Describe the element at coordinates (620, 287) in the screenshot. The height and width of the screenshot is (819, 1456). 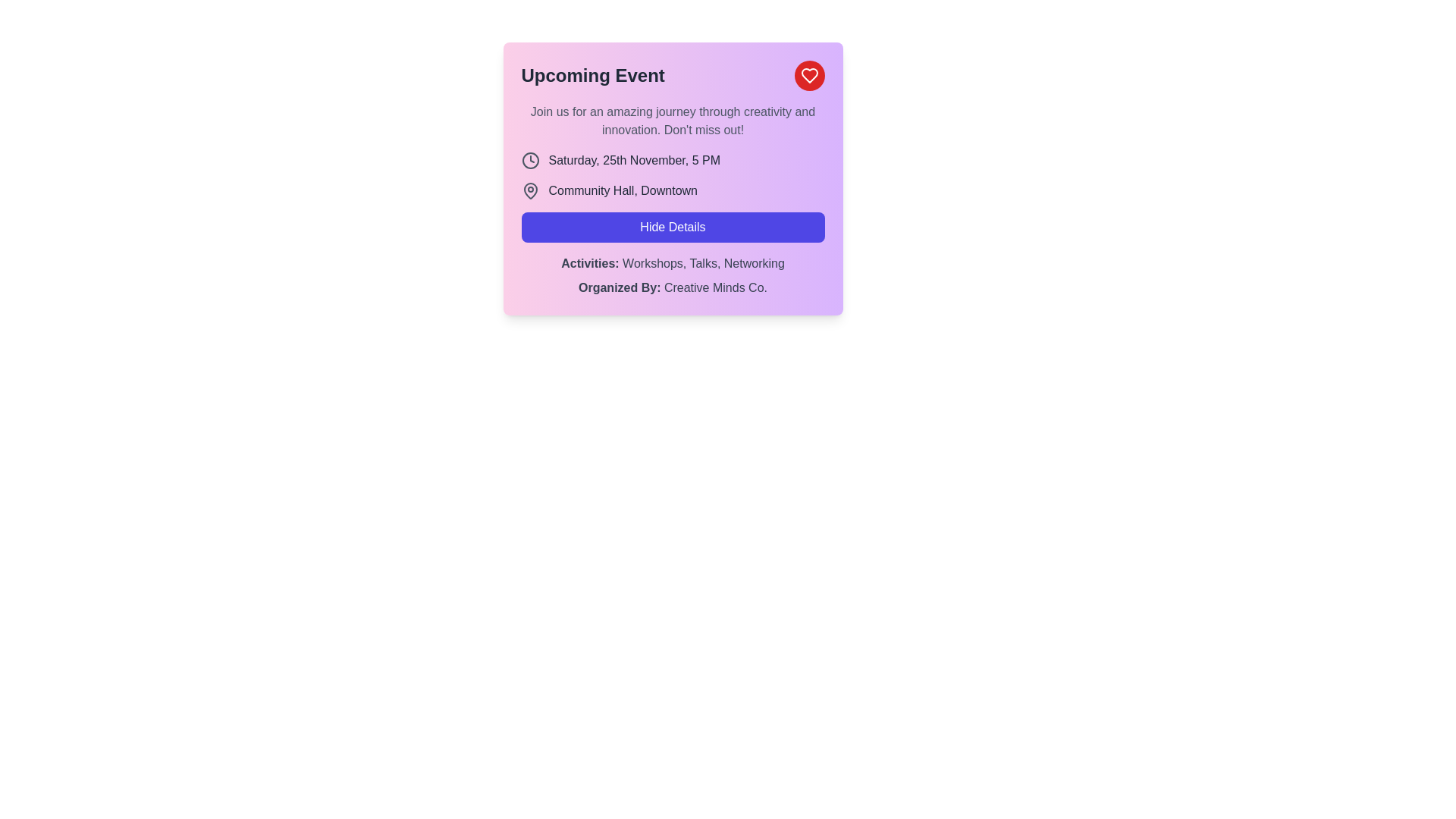
I see `the text label displaying 'Organized By:' in bold black font, located in the lower section of a card component with a purple and pink gradient background` at that location.